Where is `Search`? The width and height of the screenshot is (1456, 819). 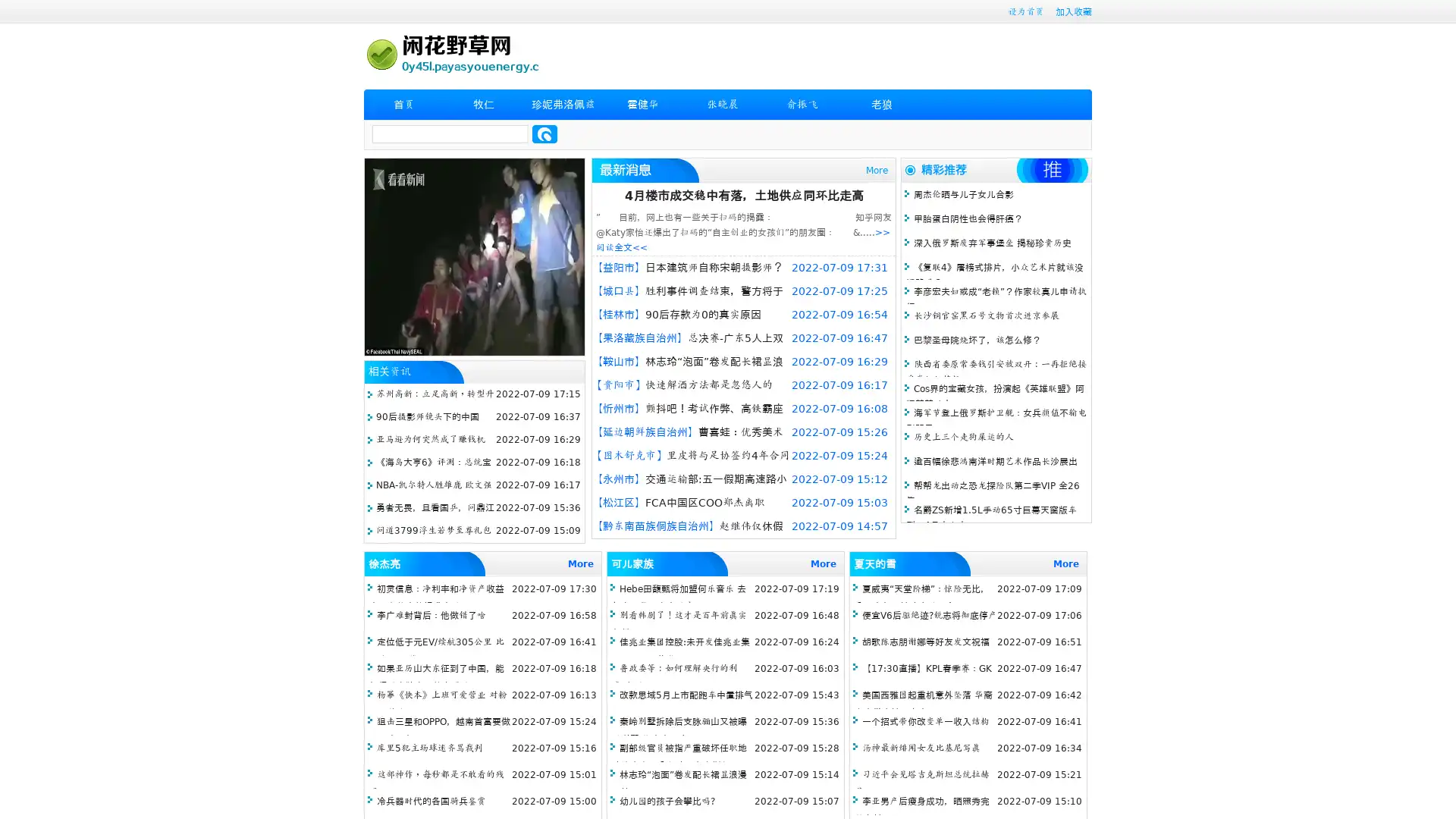 Search is located at coordinates (544, 133).